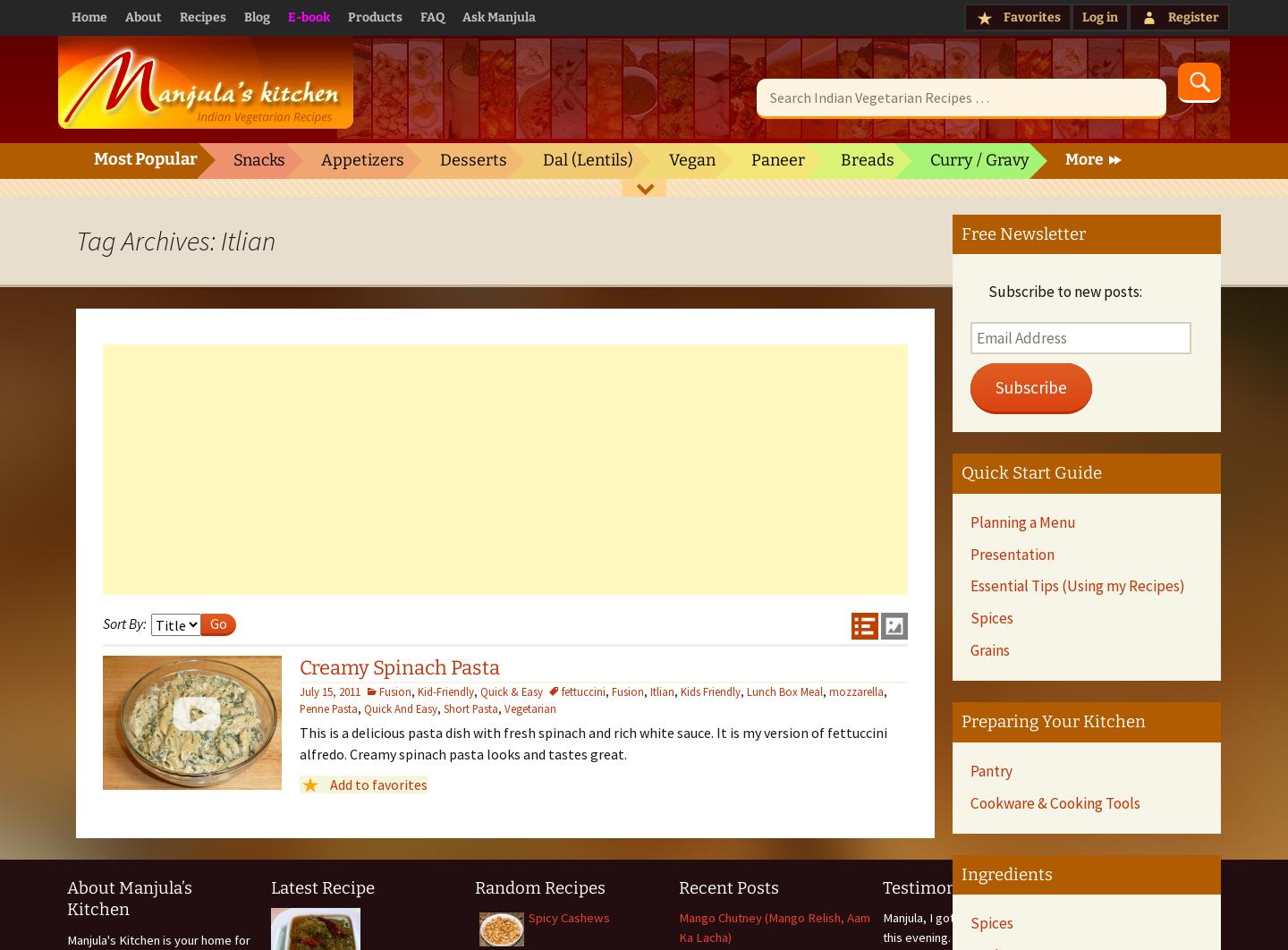  Describe the element at coordinates (661, 690) in the screenshot. I see `'Itlian'` at that location.